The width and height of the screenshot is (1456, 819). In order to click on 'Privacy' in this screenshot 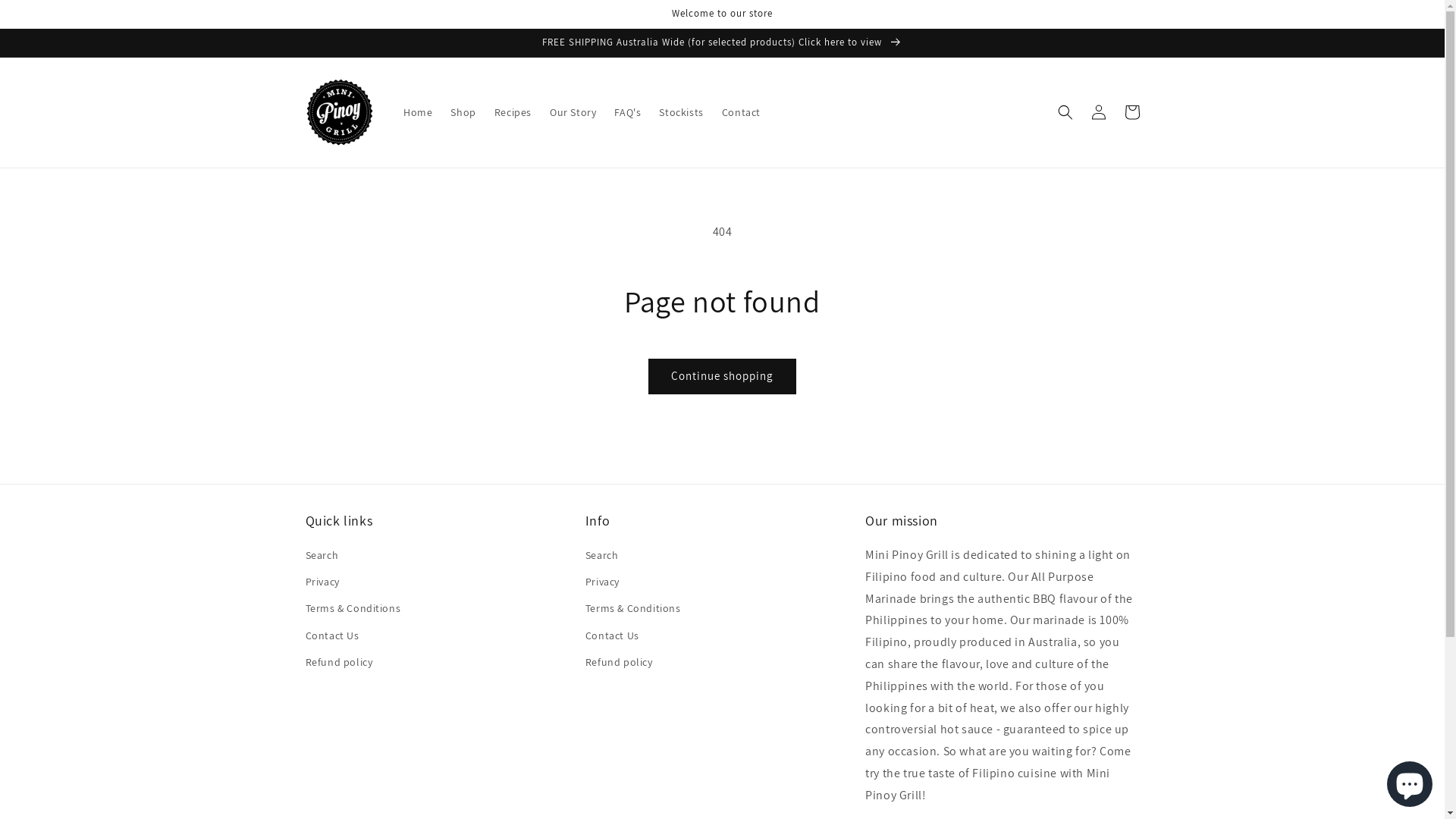, I will do `click(321, 581)`.